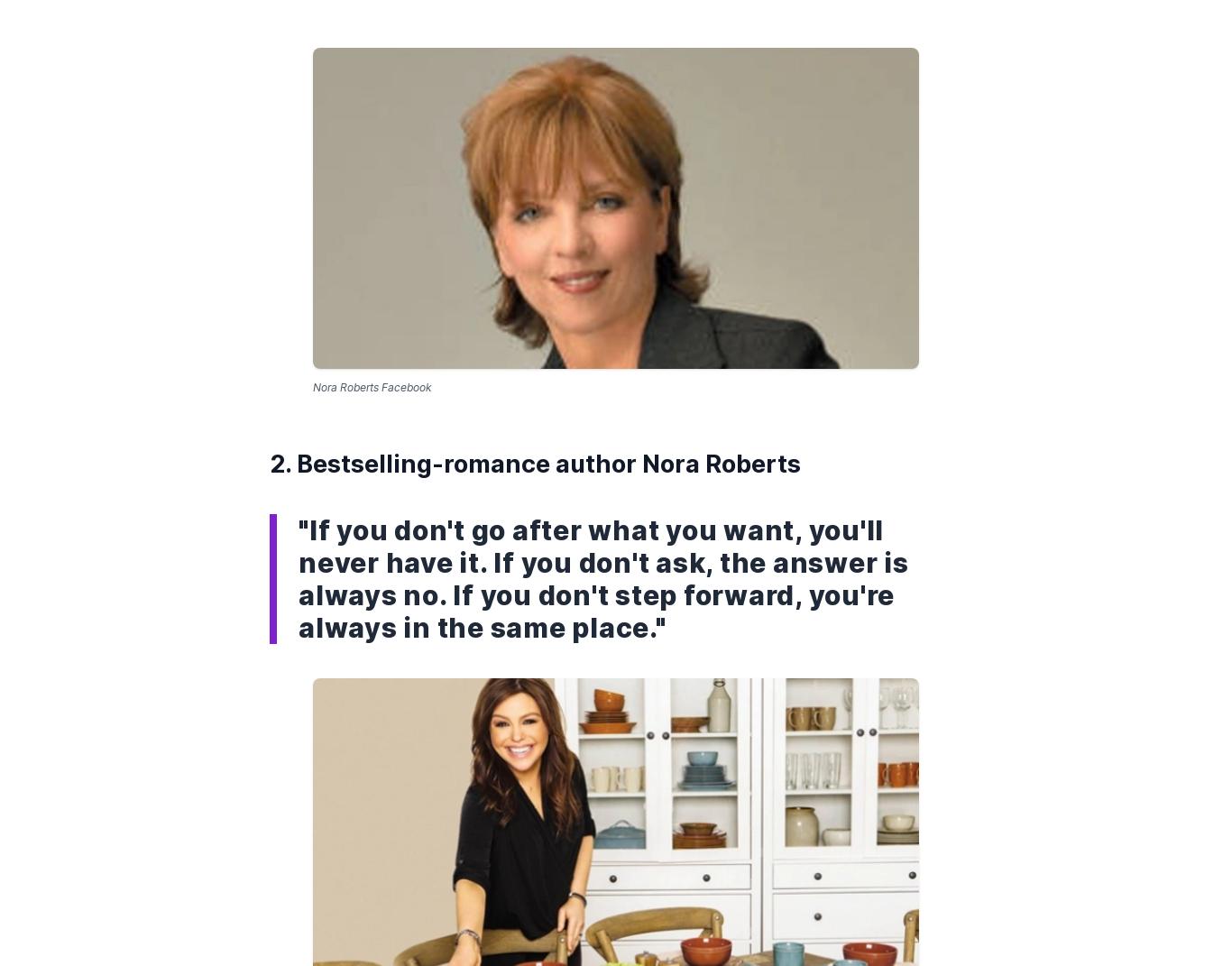  What do you see at coordinates (741, 323) in the screenshot?
I see `'Contact Support'` at bounding box center [741, 323].